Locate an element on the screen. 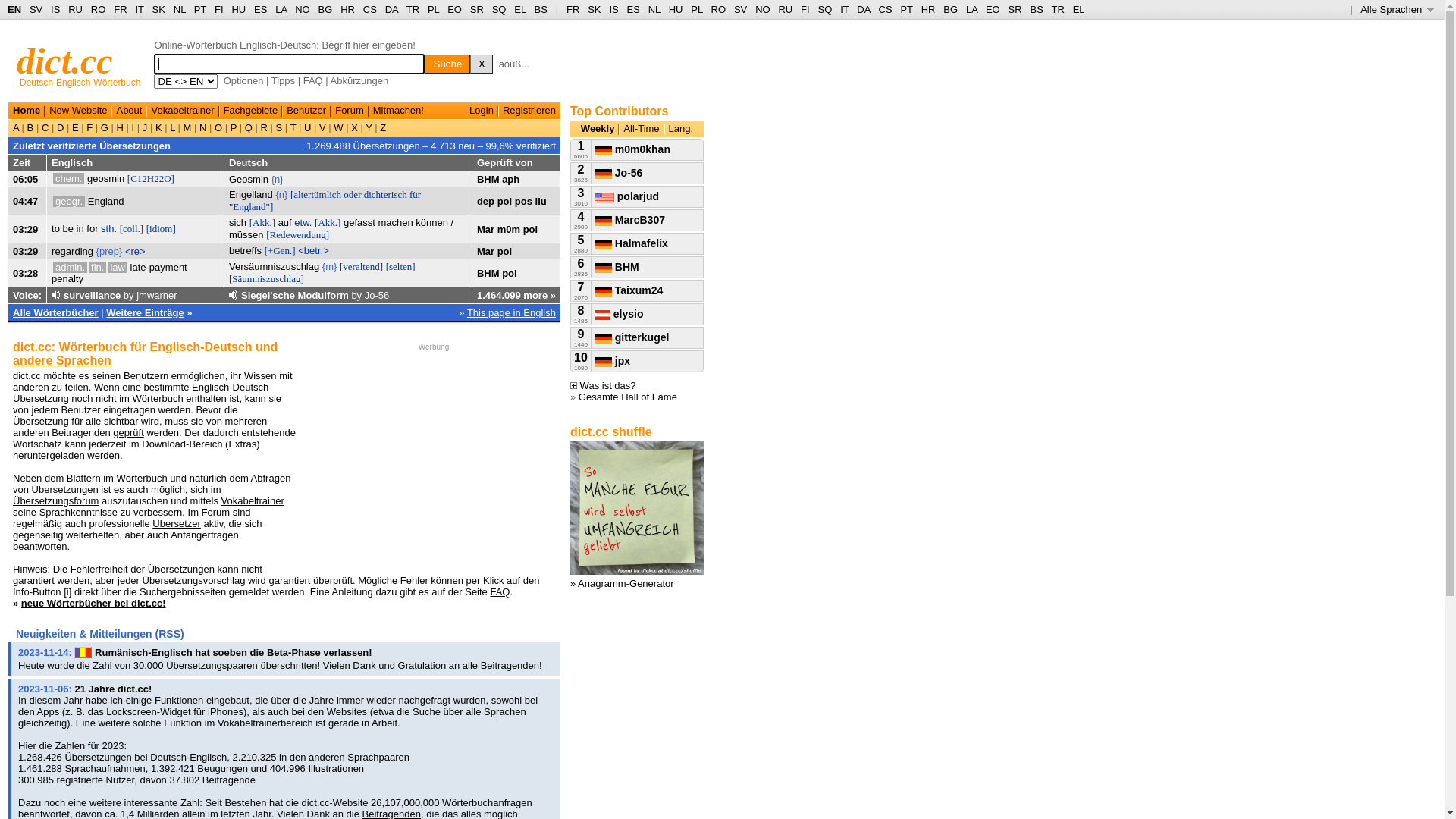  'dep' is located at coordinates (485, 200).